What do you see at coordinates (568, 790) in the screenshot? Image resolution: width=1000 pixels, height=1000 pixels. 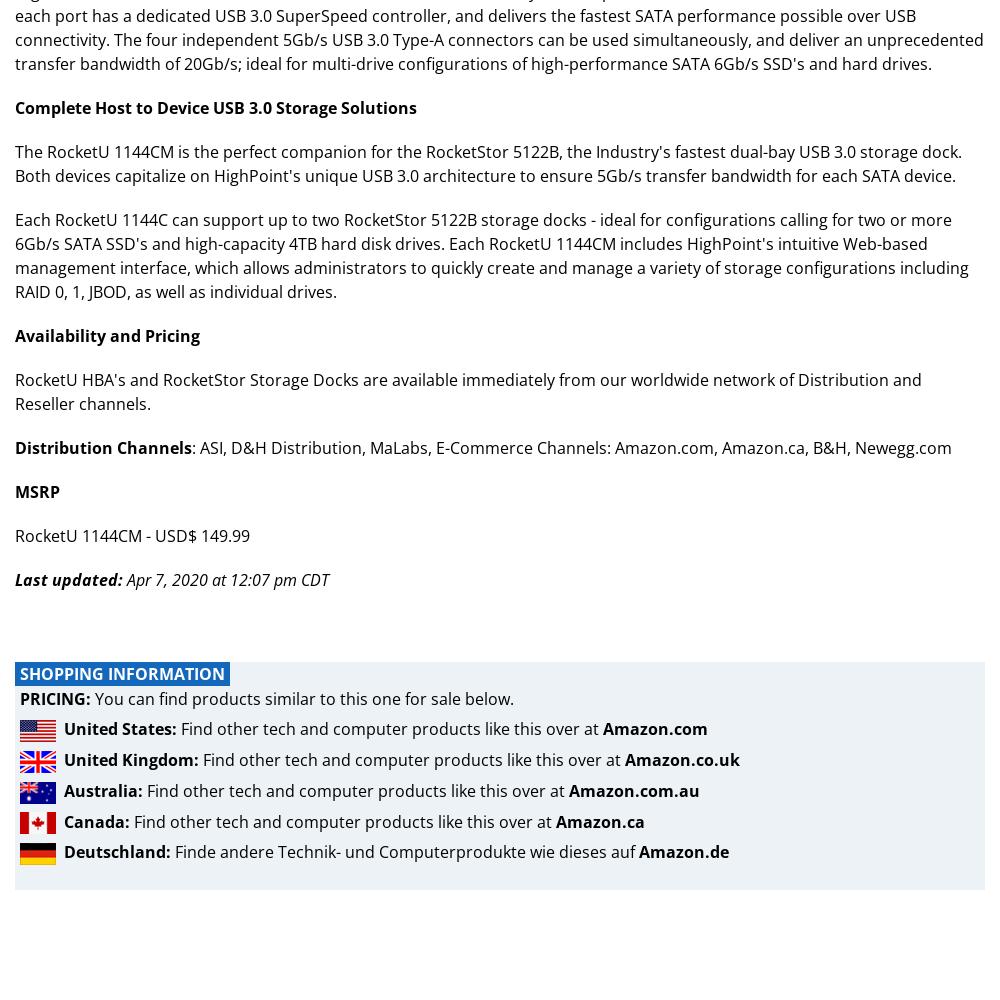 I see `'Amazon.com.au'` at bounding box center [568, 790].